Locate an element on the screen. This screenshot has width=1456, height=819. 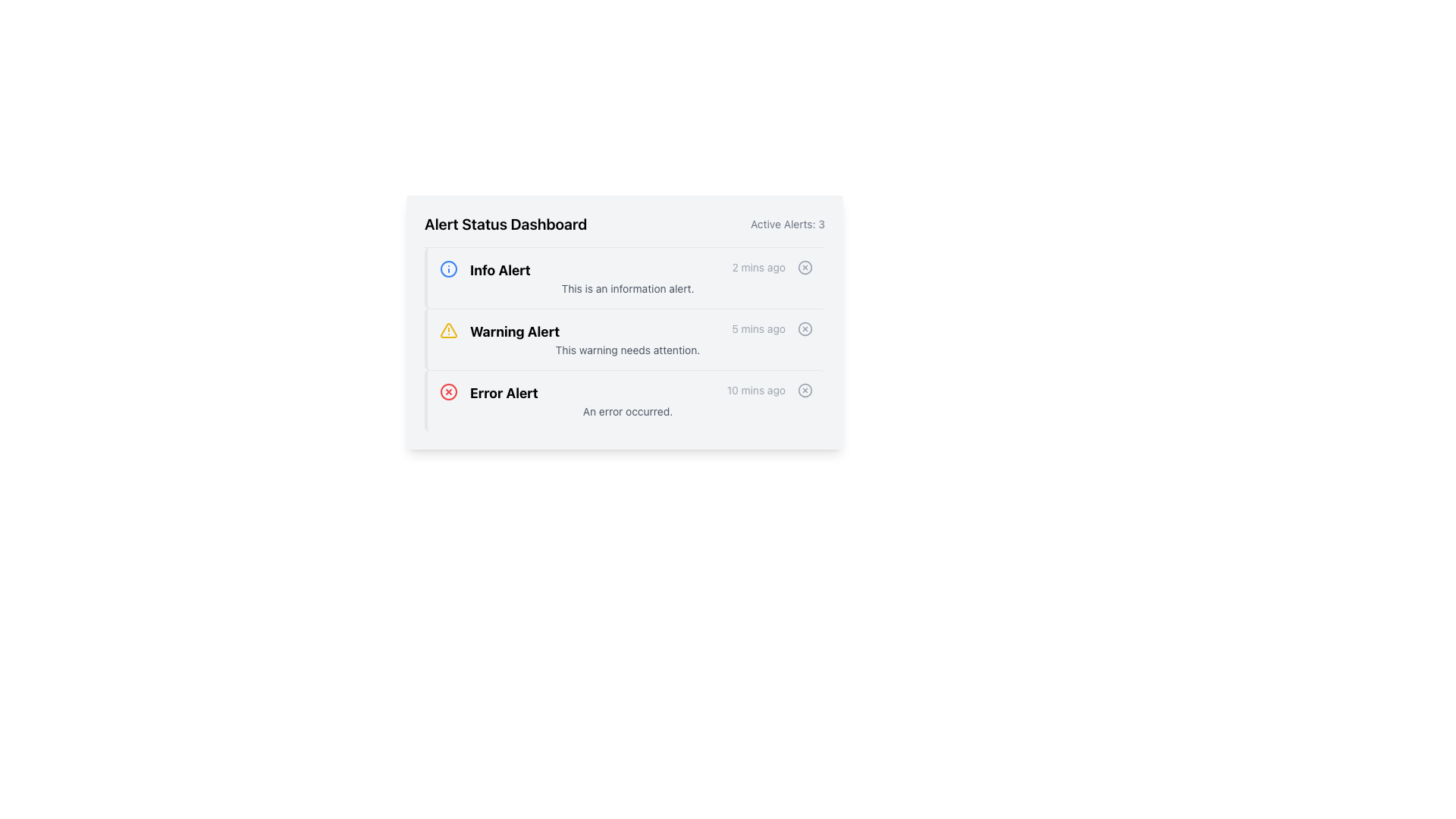
the Circular indicator, which is a circular shape with a thin black outline located to the right of the 'Info Alert' notification and aligned with the '2 mins ago' timestamp is located at coordinates (804, 267).